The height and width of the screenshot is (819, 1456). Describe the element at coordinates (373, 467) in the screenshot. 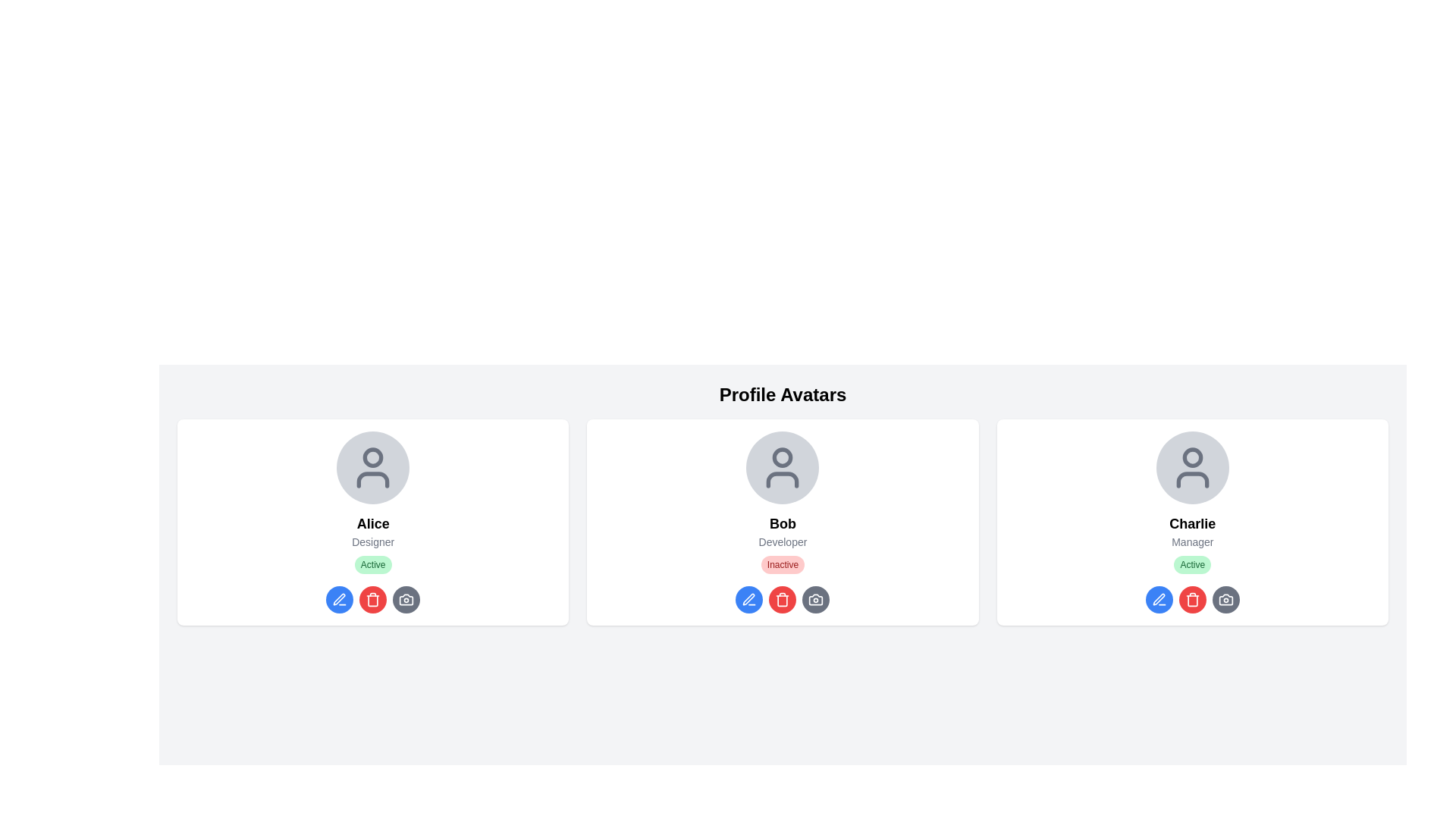

I see `the user profile icon which is a circular graphical icon at the top of the user profile card, the first card in a row of three cards on the left` at that location.